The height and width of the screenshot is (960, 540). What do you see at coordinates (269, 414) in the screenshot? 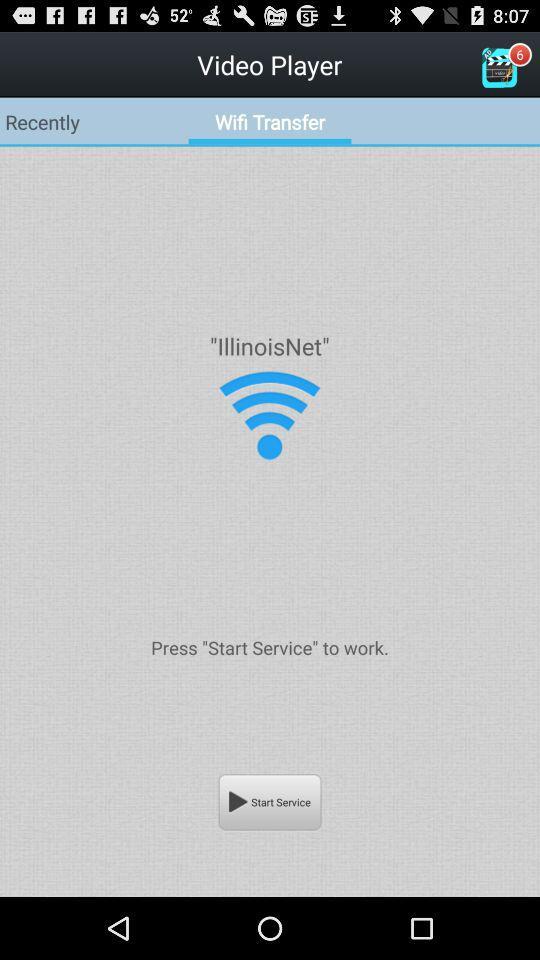
I see `the icon below the "illinoisnet"` at bounding box center [269, 414].